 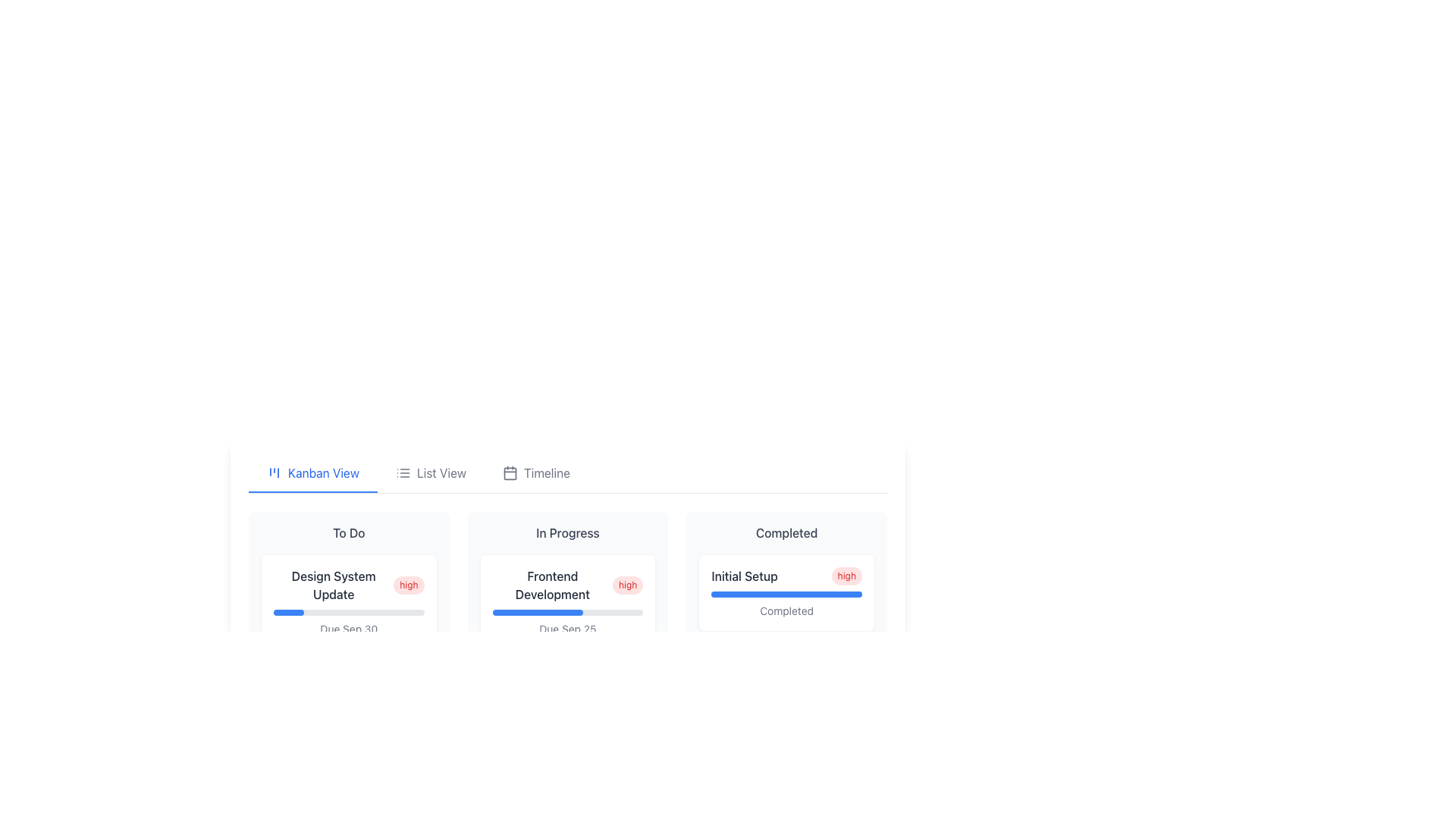 I want to click on the 'List View' button, which is the second tab in a row of three tabs, to change its color, so click(x=430, y=472).